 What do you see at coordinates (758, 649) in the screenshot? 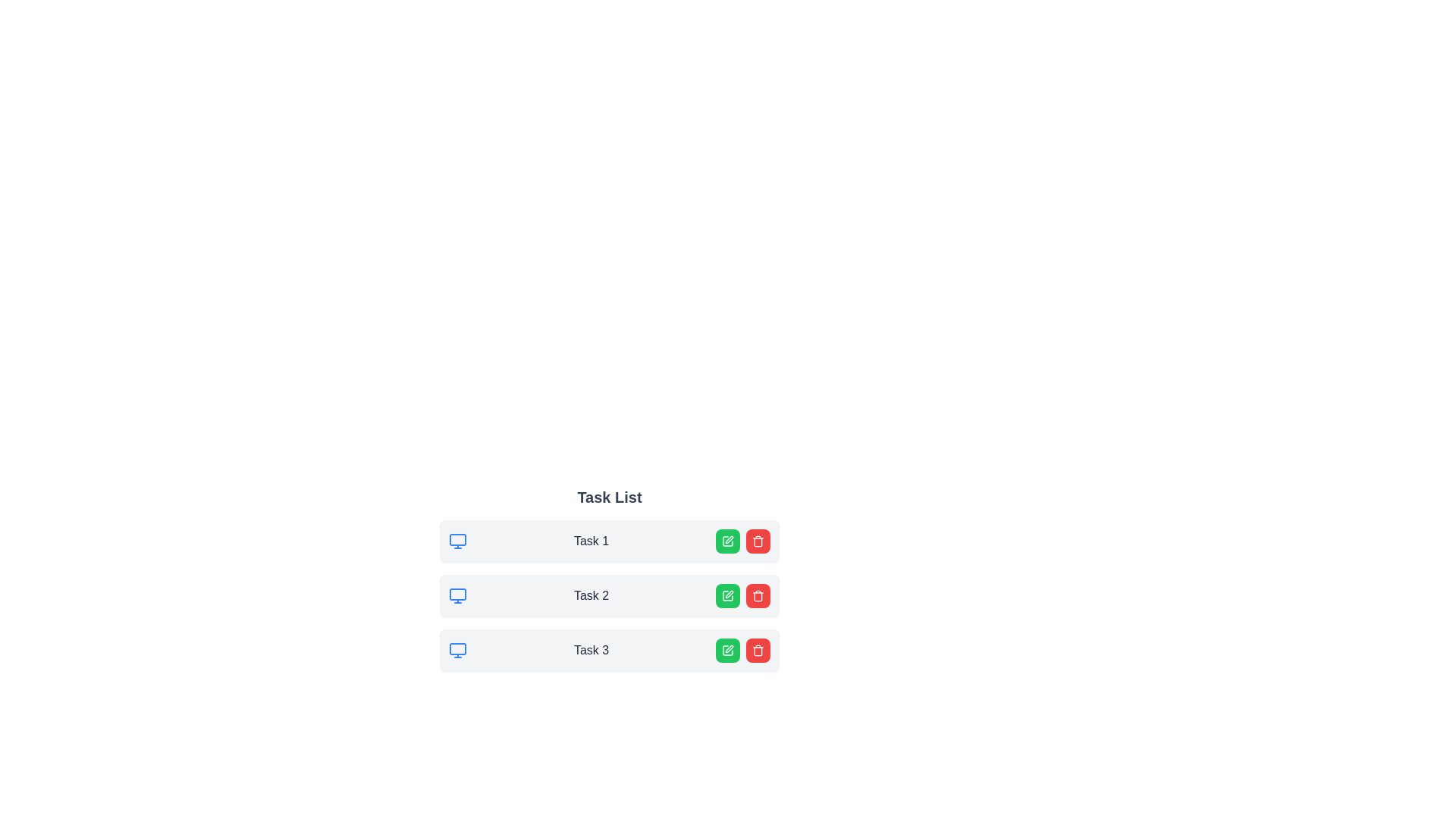
I see `the delete button located in the third row of the list layout, positioned as the last element in its respective row` at bounding box center [758, 649].